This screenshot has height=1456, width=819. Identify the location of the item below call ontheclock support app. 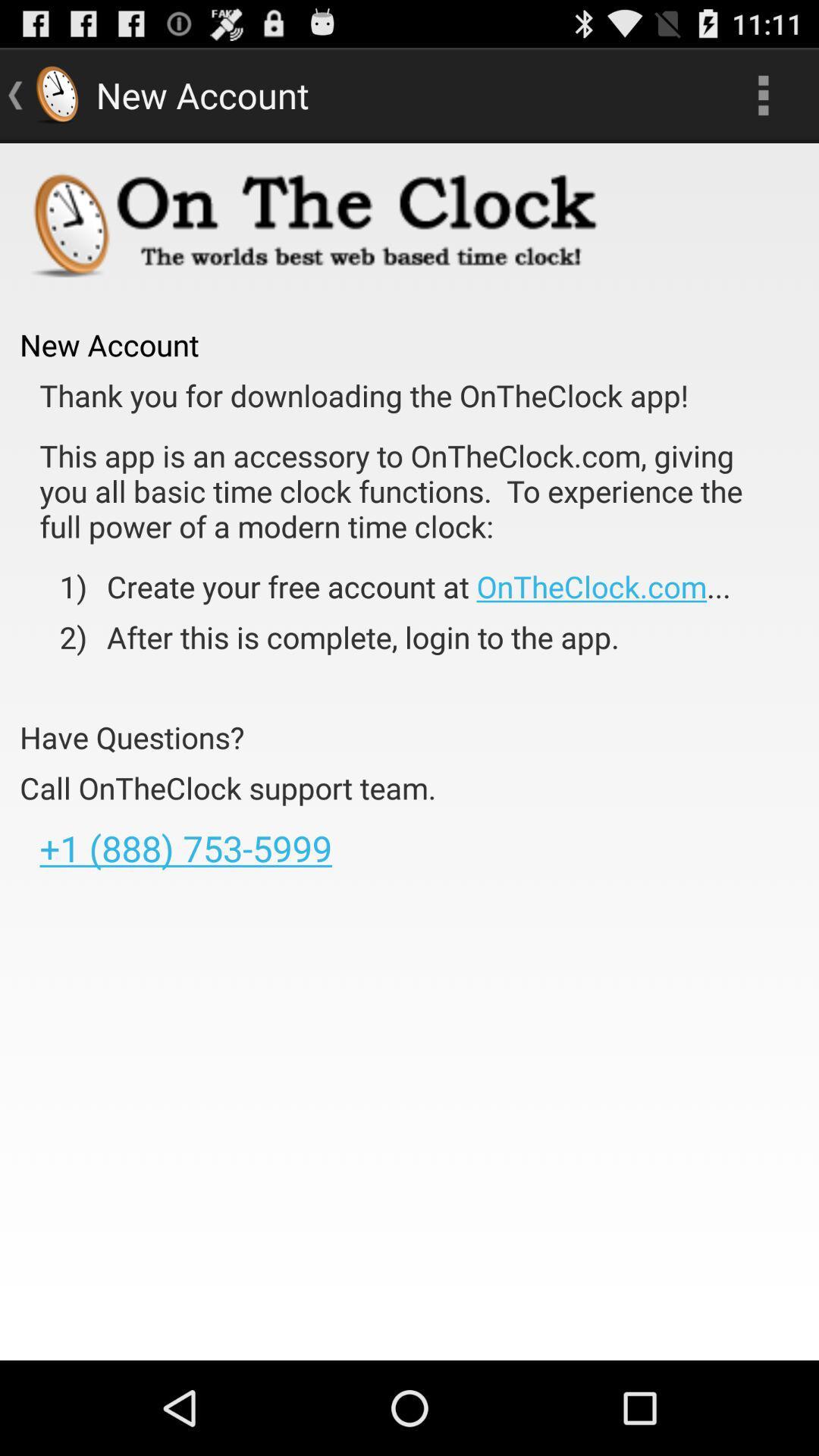
(185, 847).